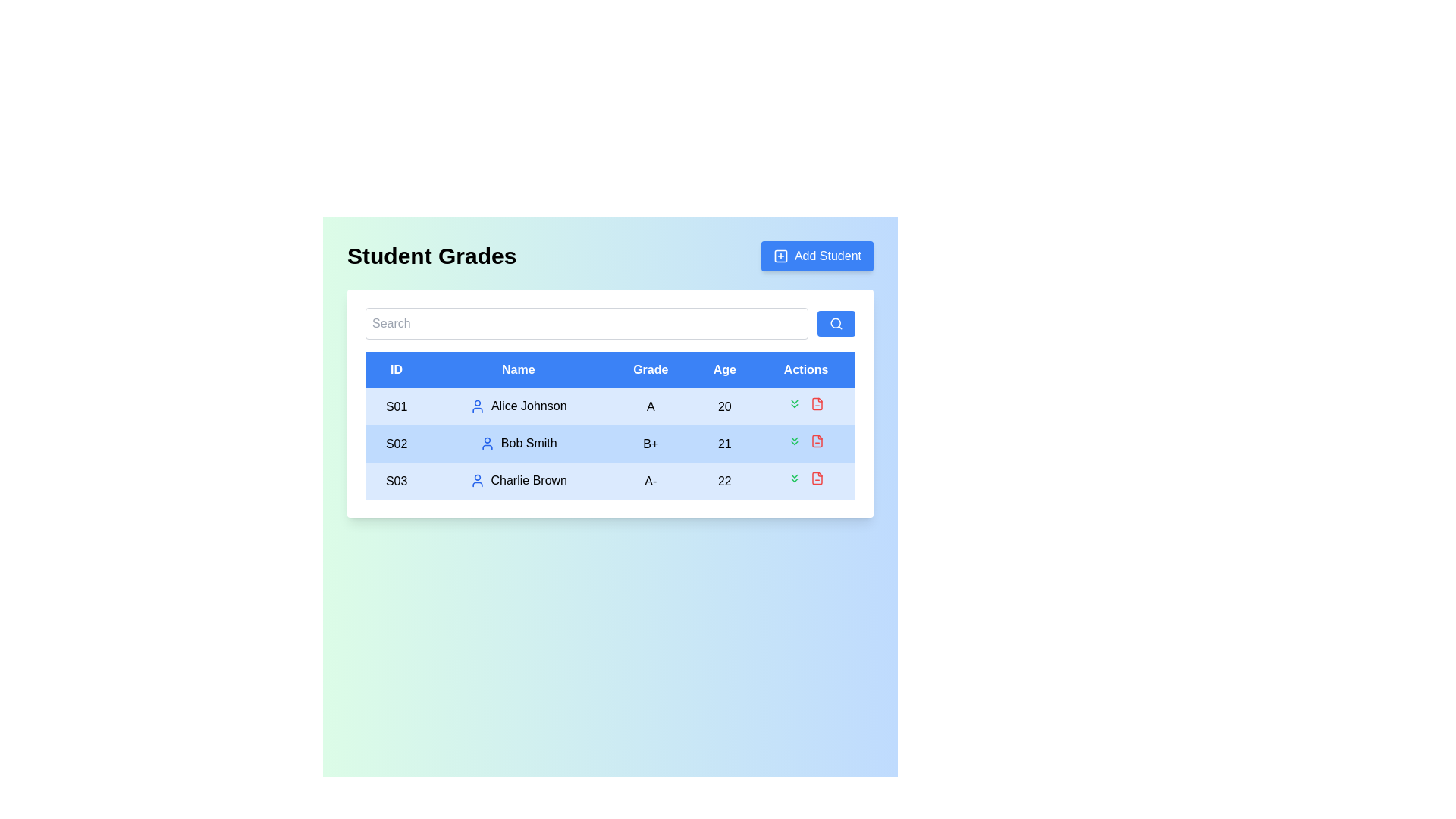 The width and height of the screenshot is (1456, 819). Describe the element at coordinates (651, 370) in the screenshot. I see `the blue label with the word 'Grade' centered in white, which is the third column header in the table, located between 'Name' and 'Age'` at that location.